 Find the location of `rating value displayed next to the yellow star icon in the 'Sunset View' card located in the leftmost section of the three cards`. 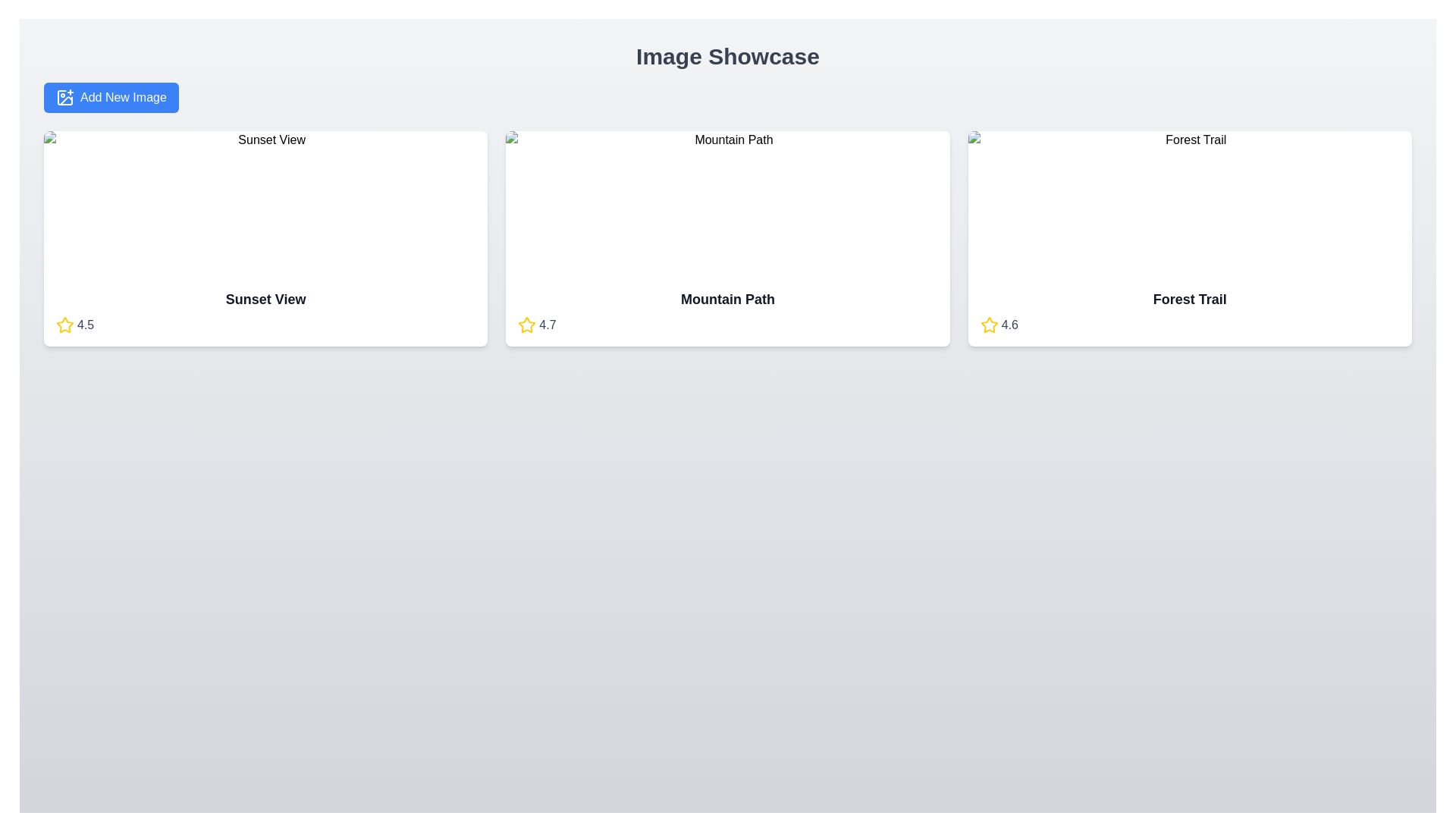

rating value displayed next to the yellow star icon in the 'Sunset View' card located in the leftmost section of the three cards is located at coordinates (85, 324).